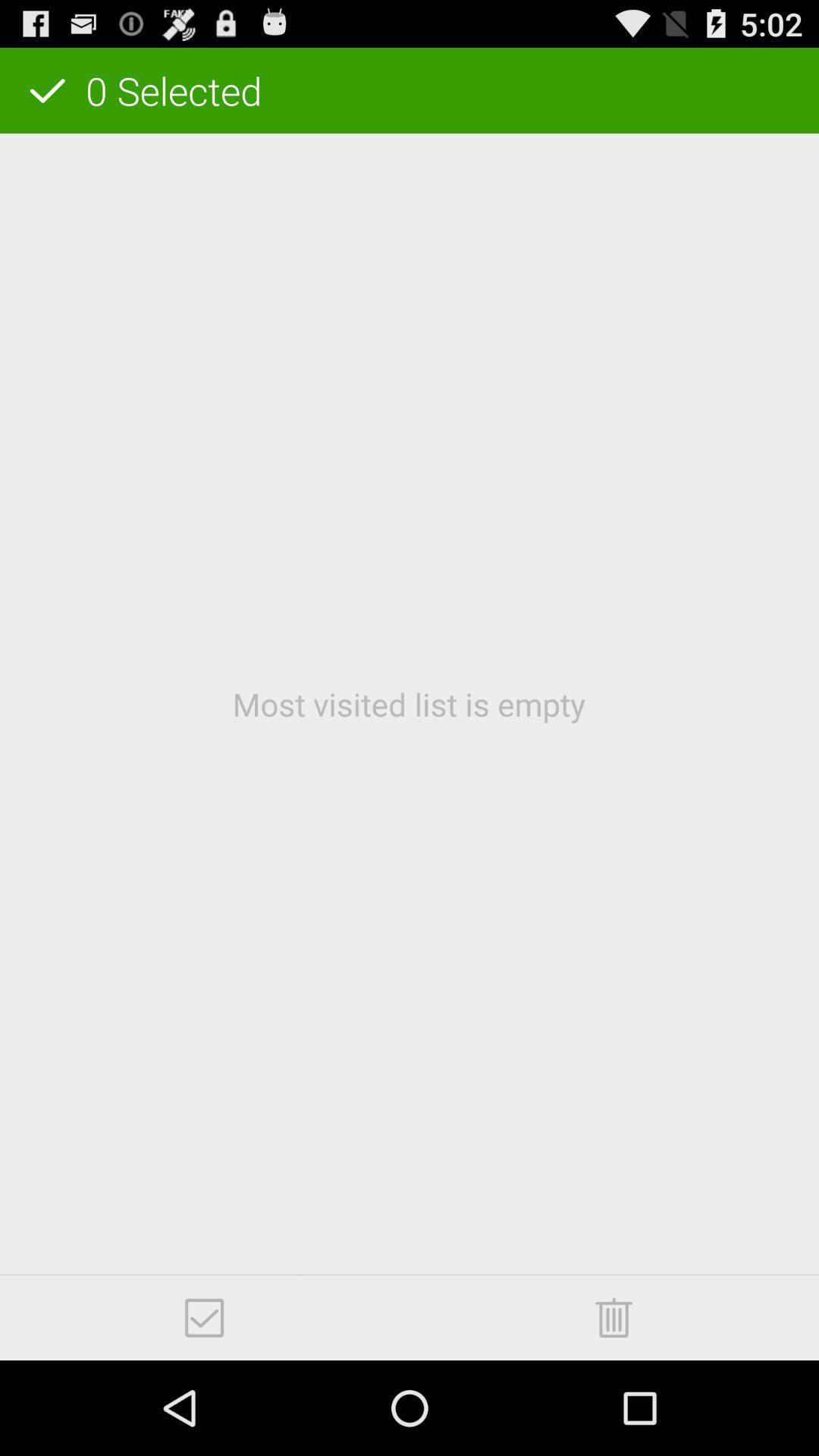 The height and width of the screenshot is (1456, 819). What do you see at coordinates (203, 1317) in the screenshot?
I see `enable` at bounding box center [203, 1317].